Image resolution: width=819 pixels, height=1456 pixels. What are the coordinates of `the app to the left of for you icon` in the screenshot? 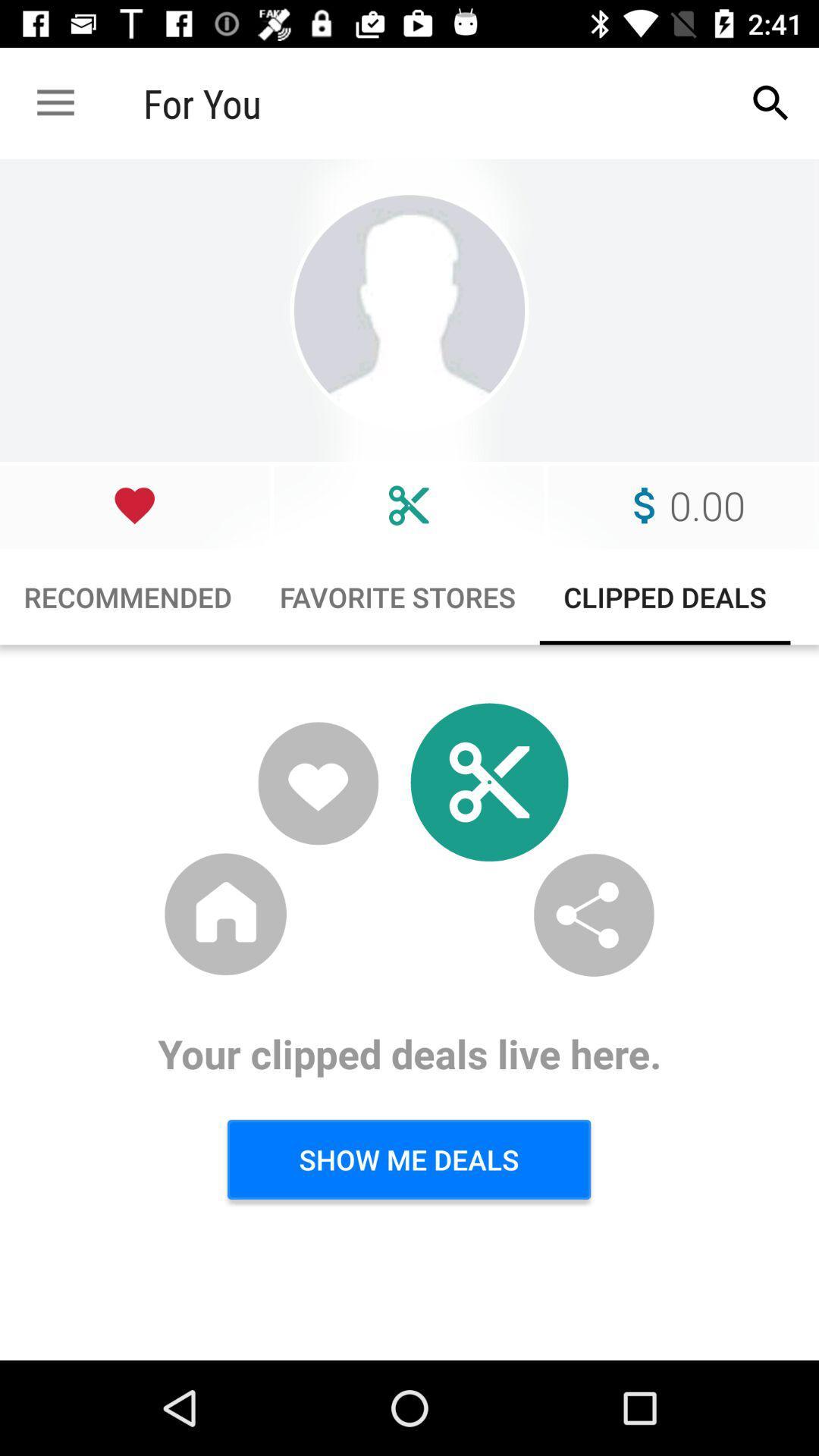 It's located at (55, 102).